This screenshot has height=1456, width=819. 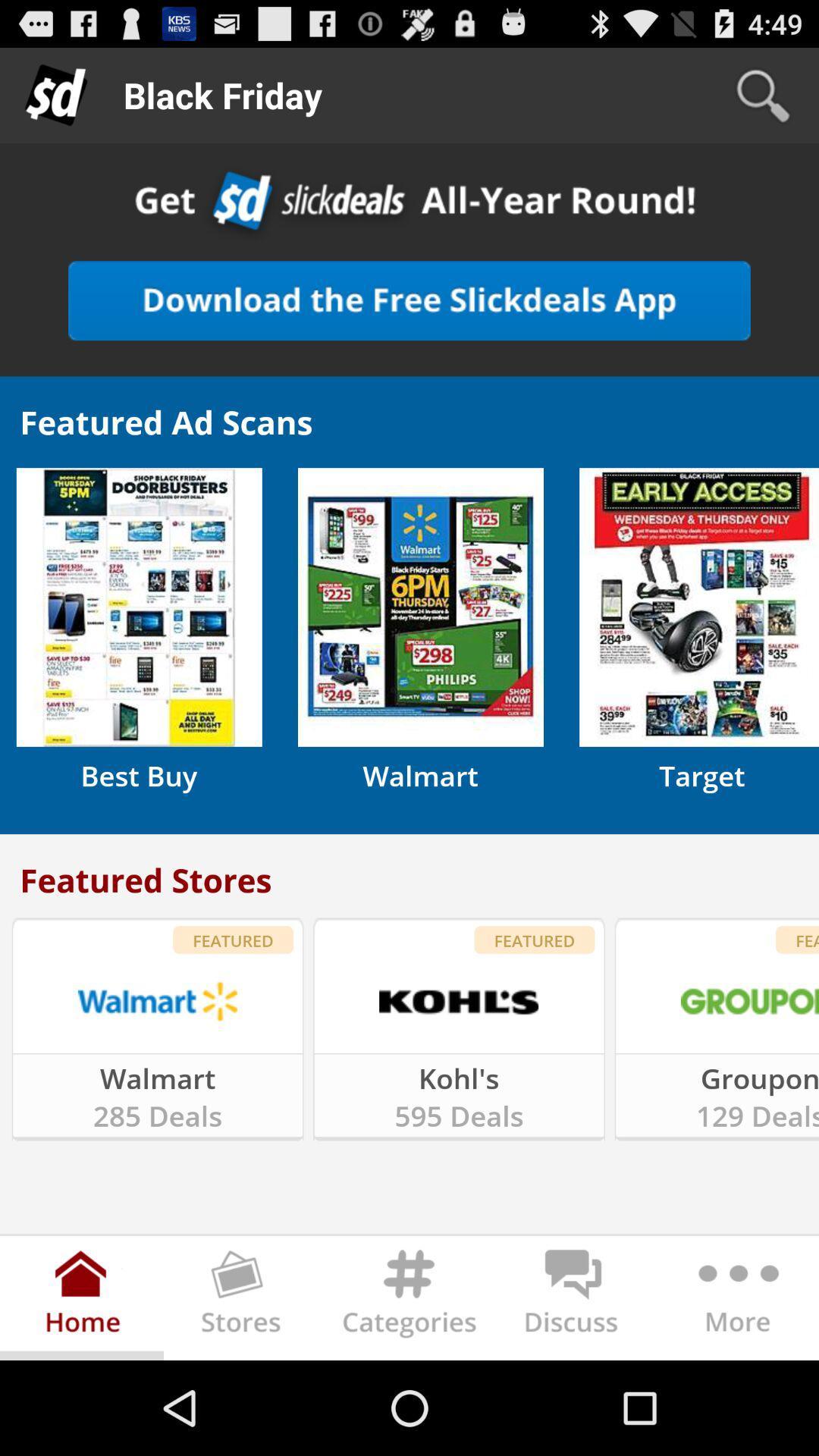 I want to click on go home, so click(x=82, y=1301).